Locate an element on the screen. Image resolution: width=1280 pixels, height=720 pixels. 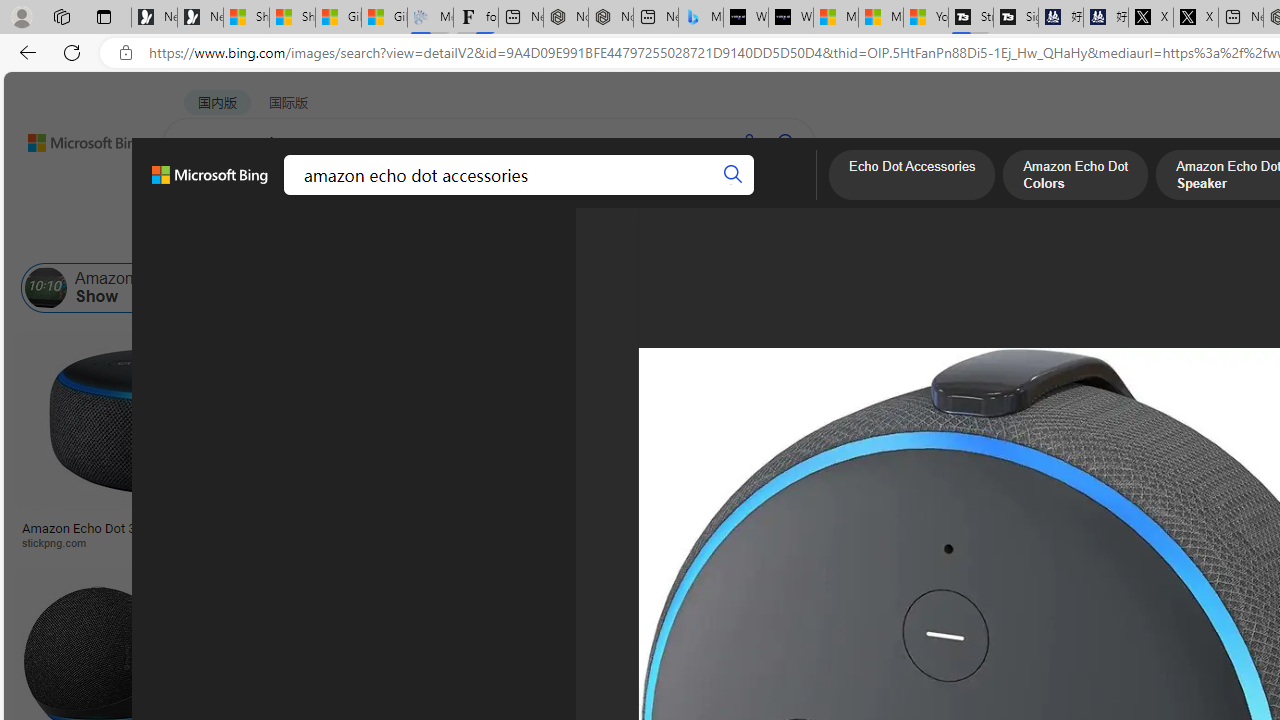
'Amazon Echo Show' is located at coordinates (107, 288).